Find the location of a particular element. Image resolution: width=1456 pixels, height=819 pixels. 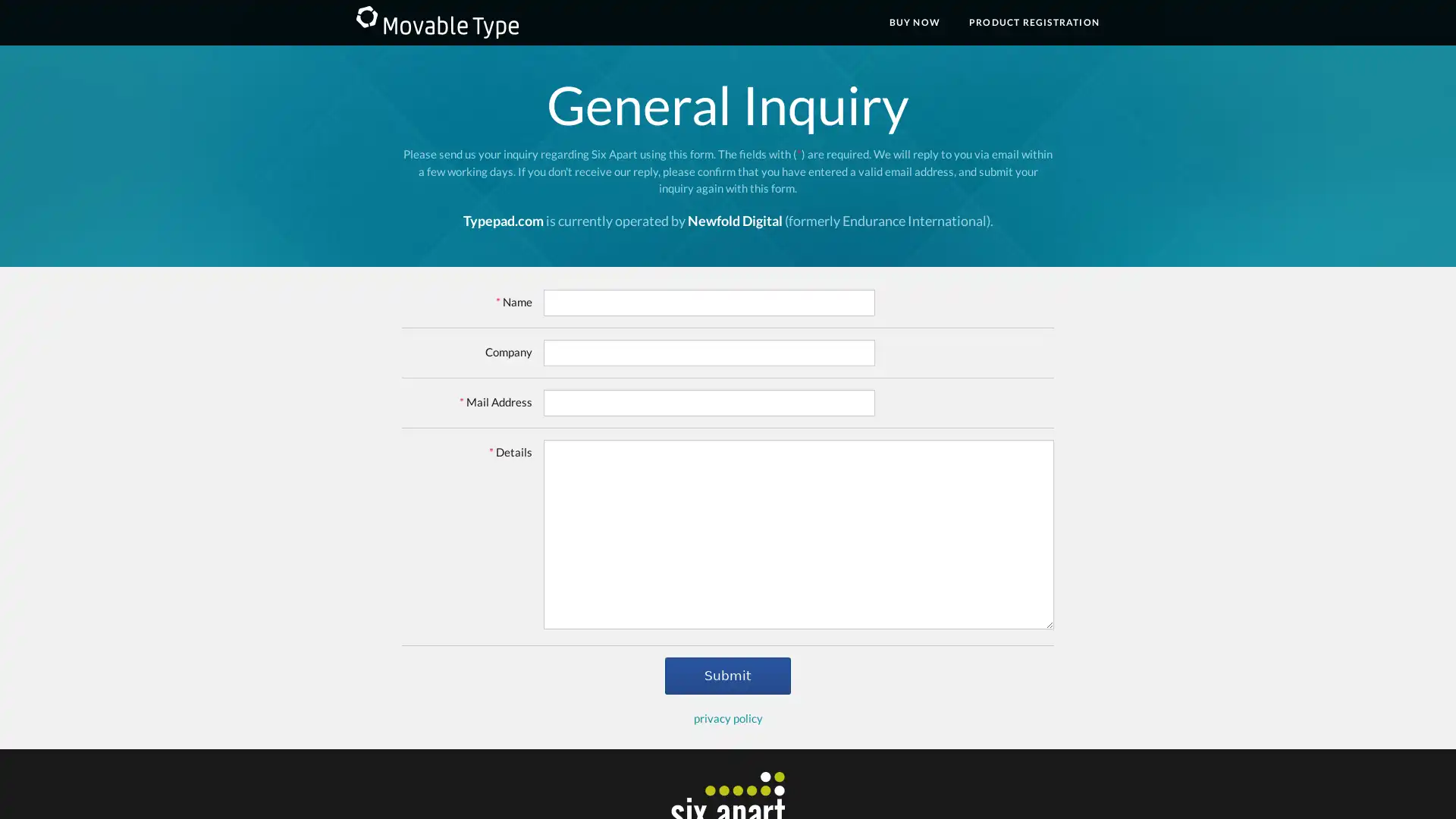

Submit is located at coordinates (726, 674).